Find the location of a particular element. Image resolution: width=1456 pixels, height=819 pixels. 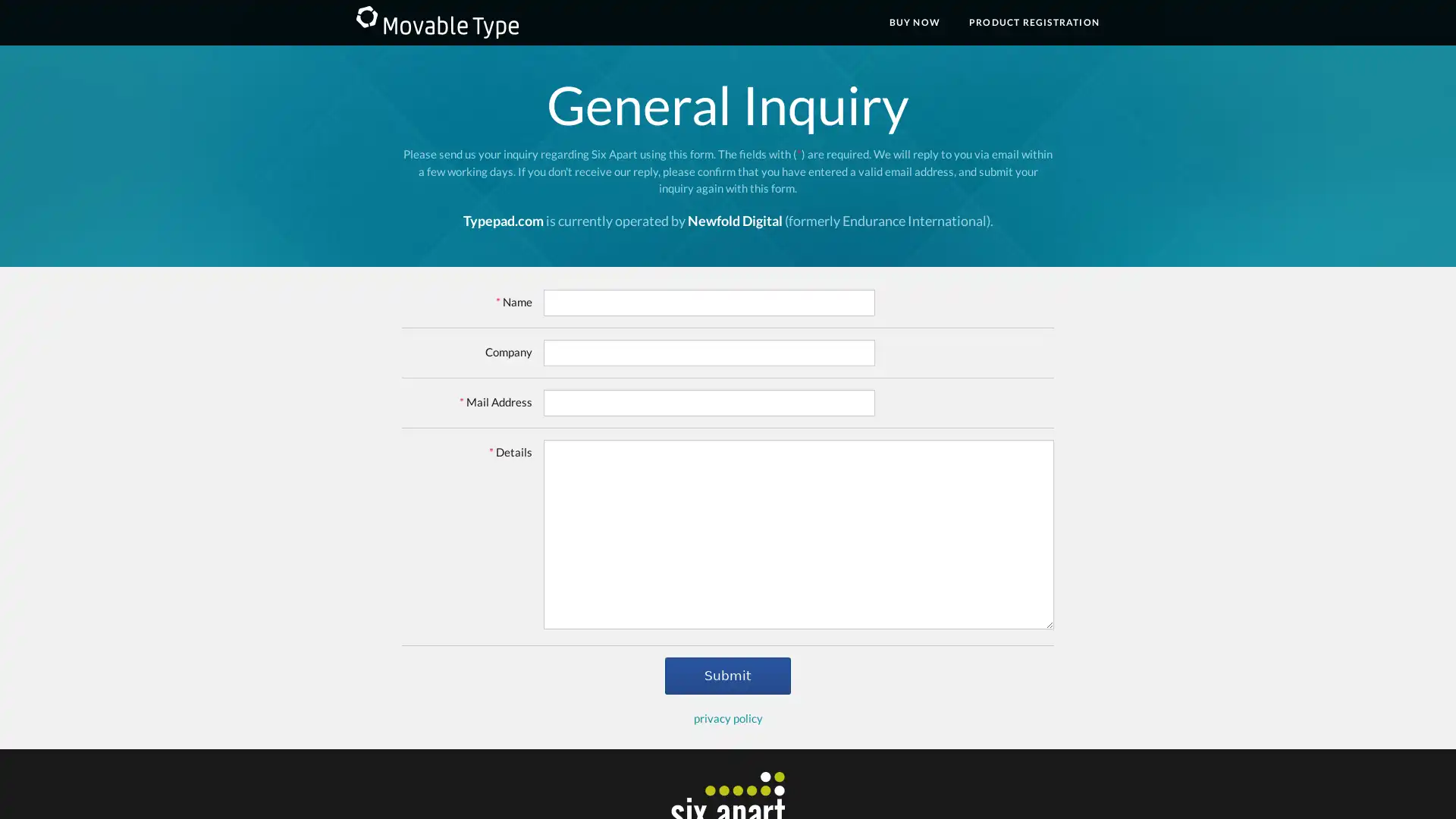

Submit is located at coordinates (726, 674).